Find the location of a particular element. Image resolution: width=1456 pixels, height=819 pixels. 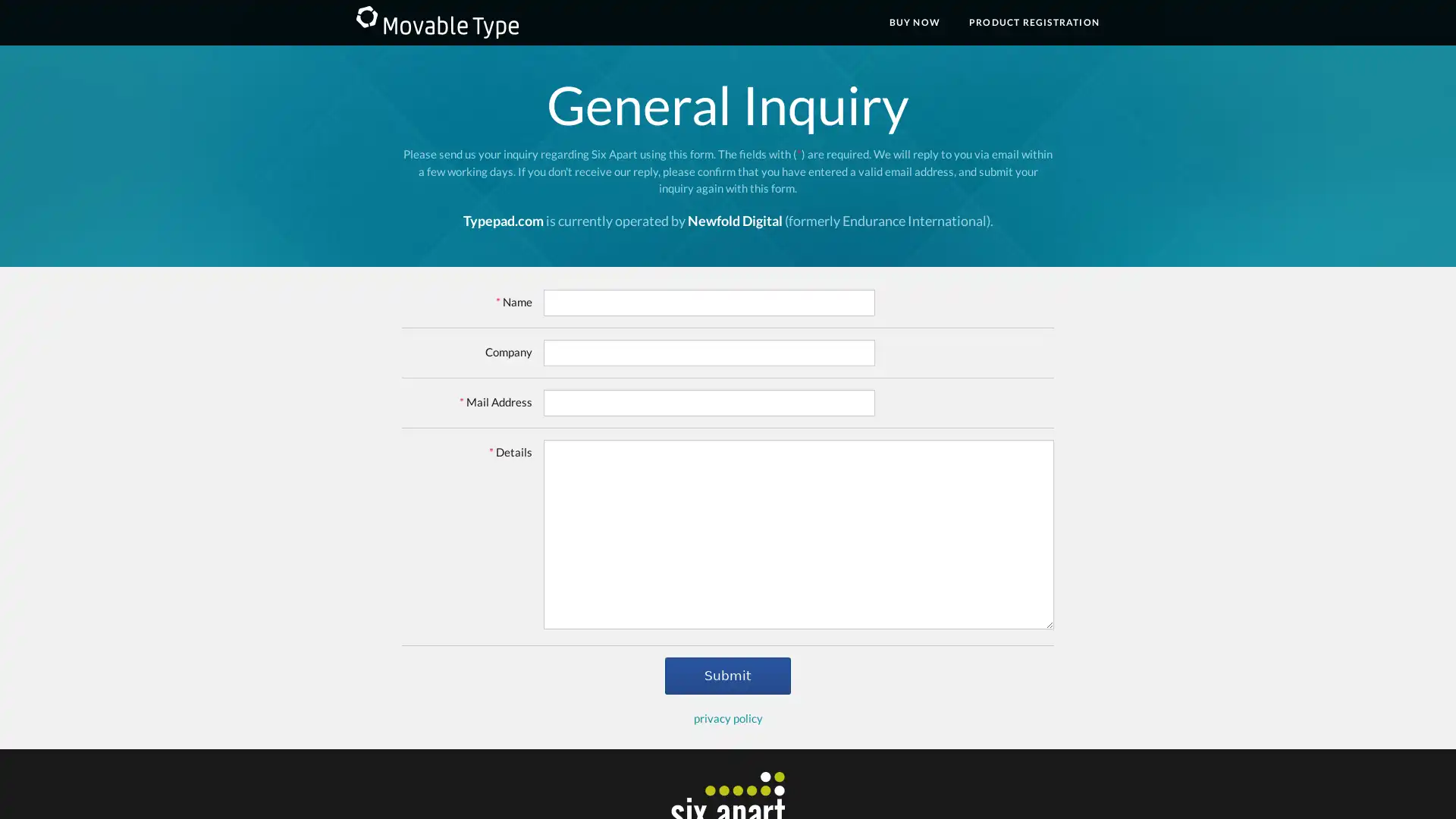

Submit is located at coordinates (726, 674).